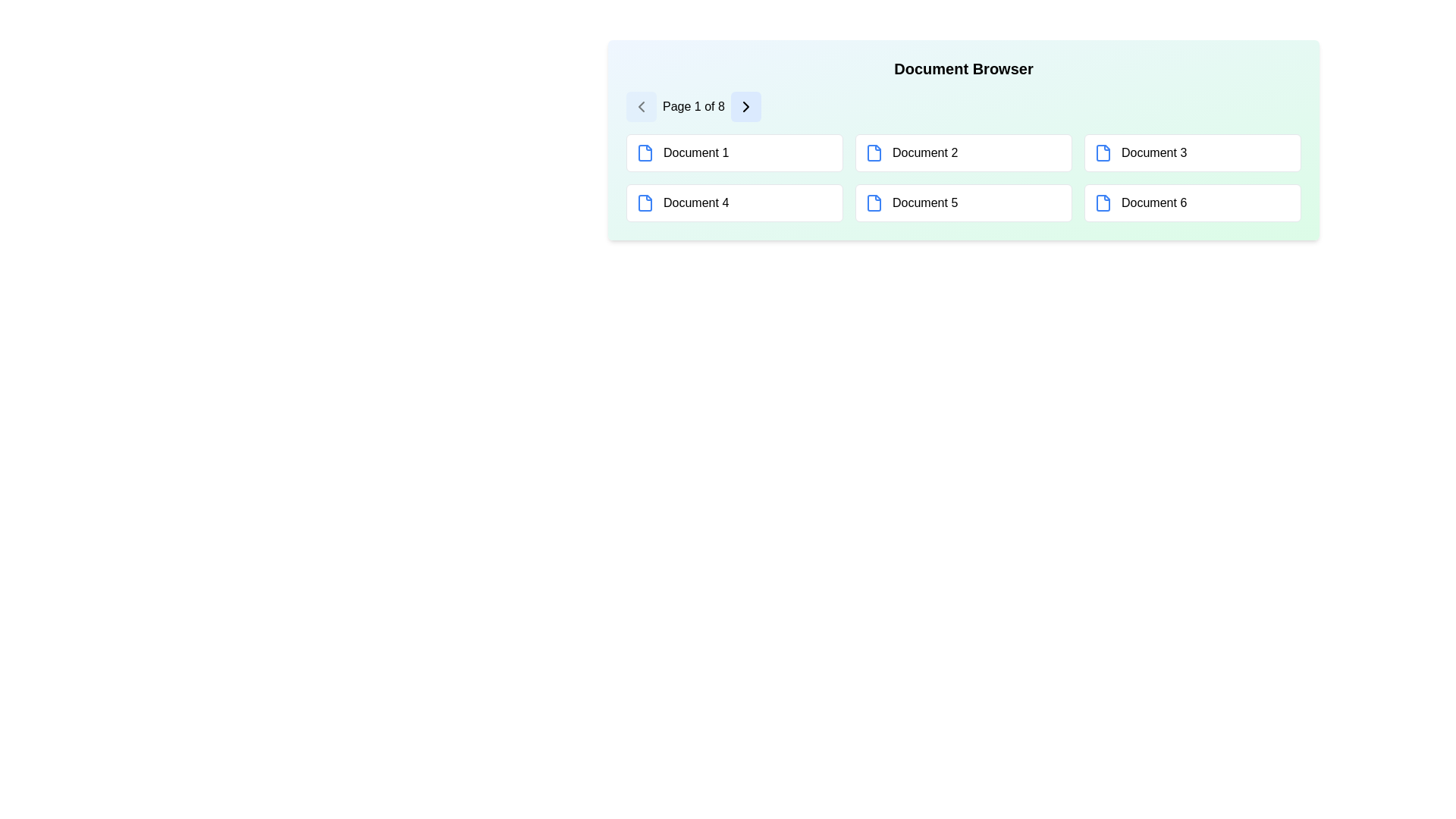  I want to click on the icon representing Document 3, so click(1103, 152).